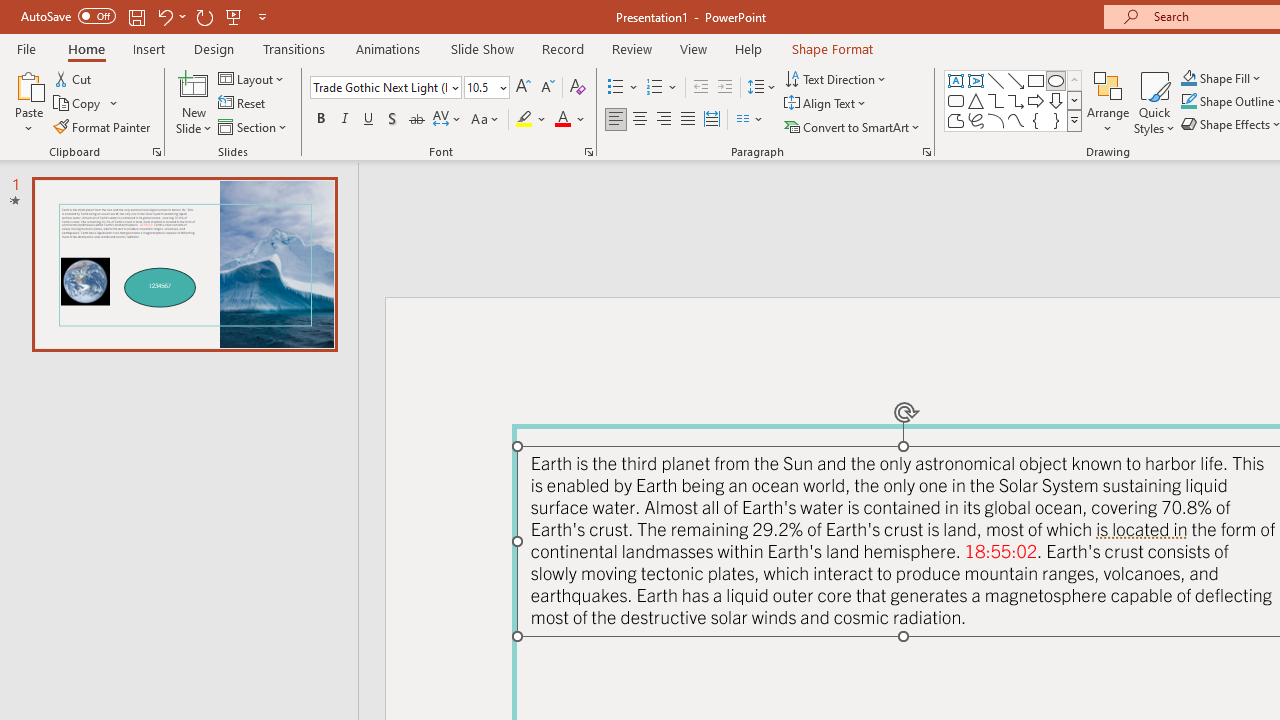 The height and width of the screenshot is (720, 1280). Describe the element at coordinates (78, 103) in the screenshot. I see `'Copy'` at that location.